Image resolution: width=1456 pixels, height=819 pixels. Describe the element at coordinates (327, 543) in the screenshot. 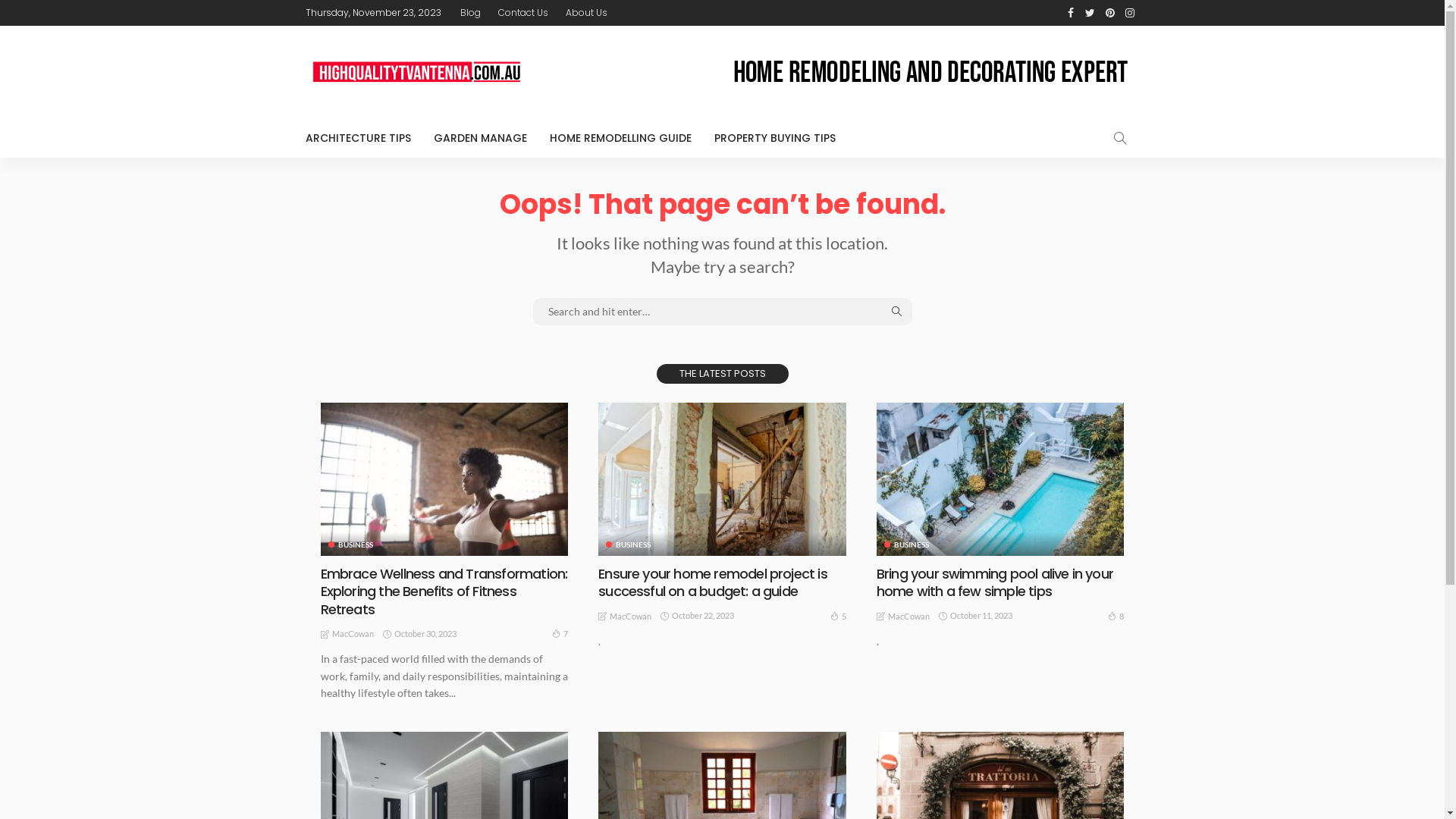

I see `'BUSINESS'` at that location.